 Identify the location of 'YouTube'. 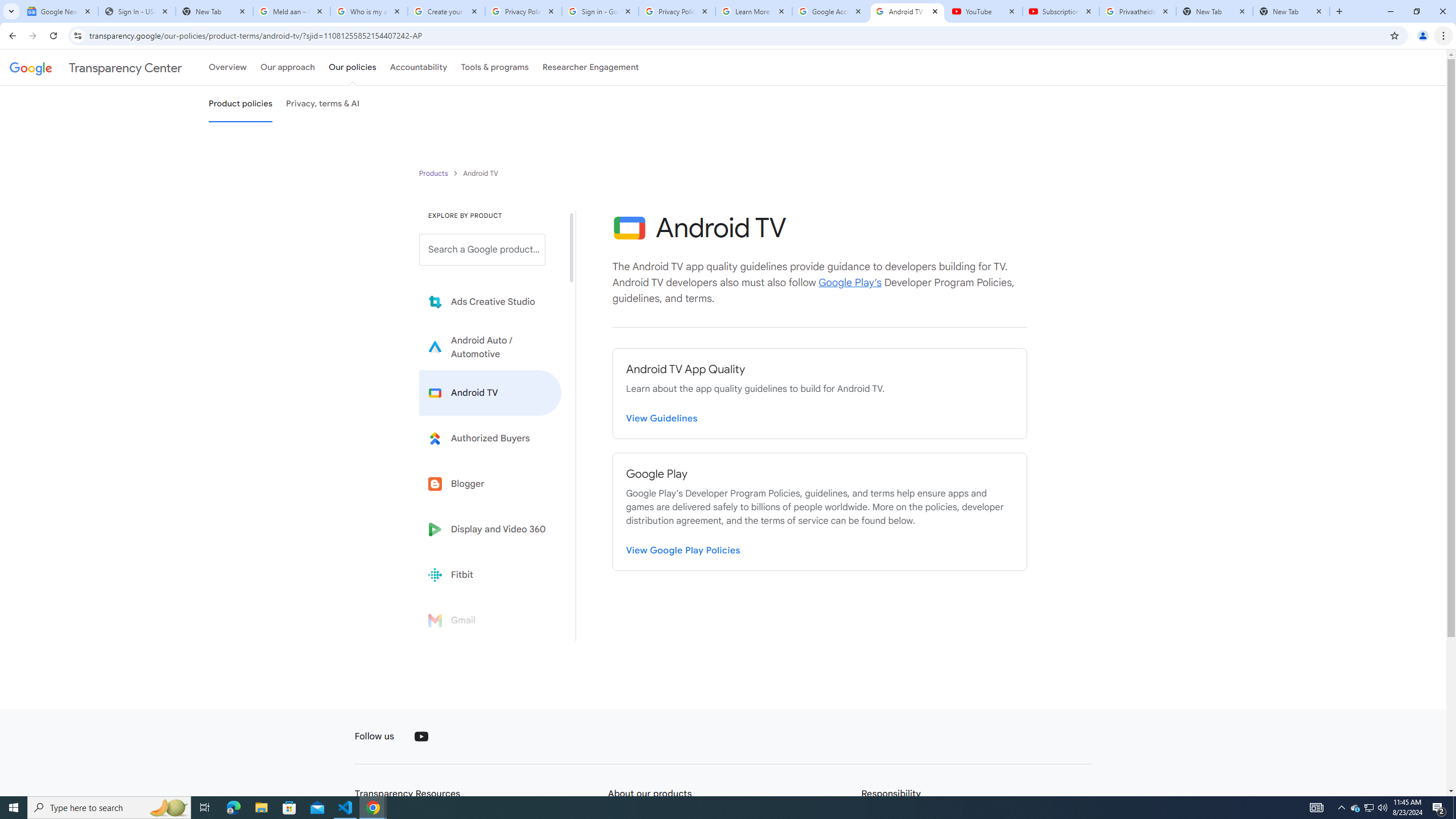
(421, 736).